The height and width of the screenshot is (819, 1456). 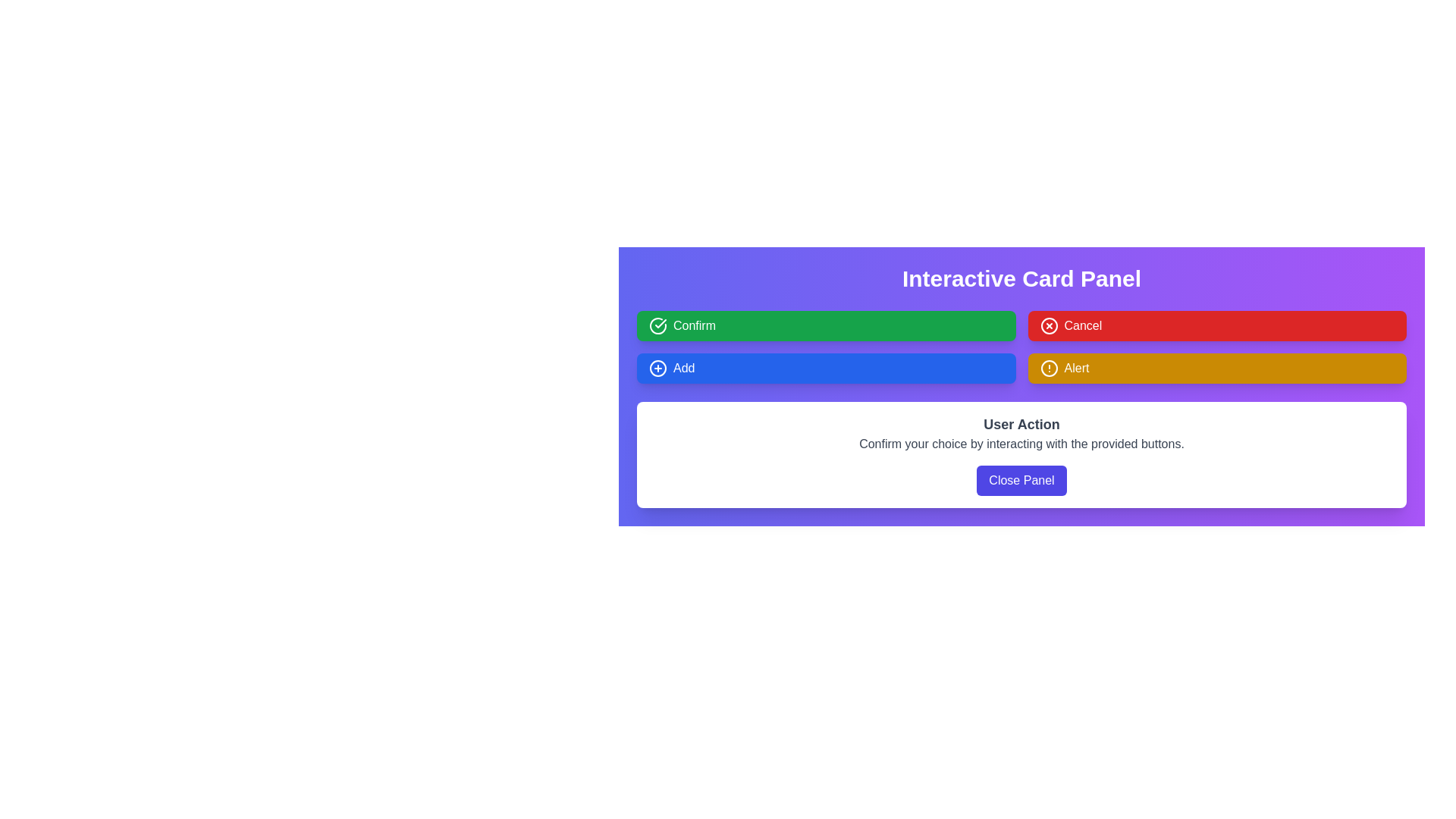 I want to click on the text label or heading at the top-center of the interactive card panel, which provides context for the panel's purpose, so click(x=1021, y=278).